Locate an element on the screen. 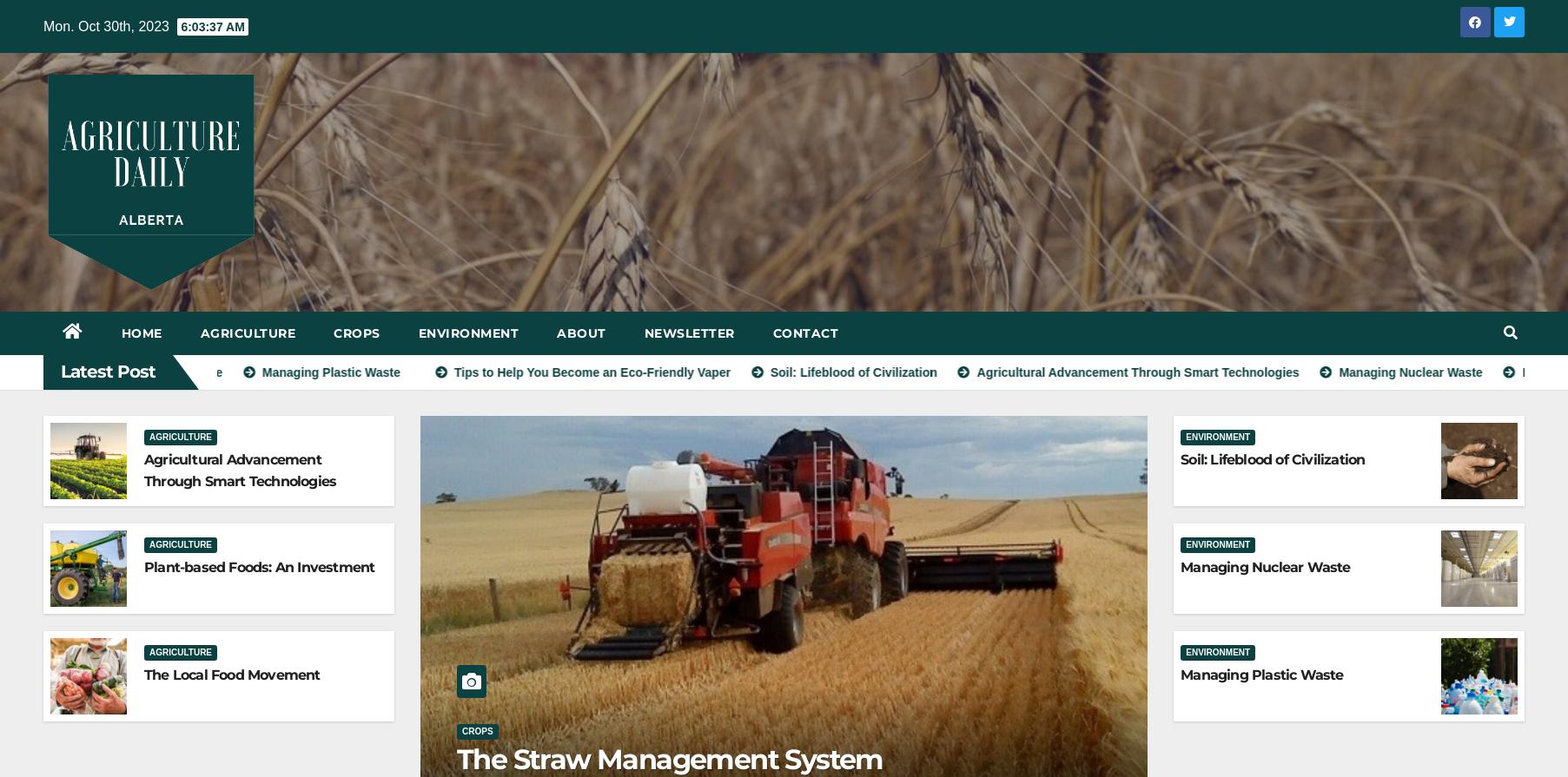  'Latest Post' is located at coordinates (61, 371).